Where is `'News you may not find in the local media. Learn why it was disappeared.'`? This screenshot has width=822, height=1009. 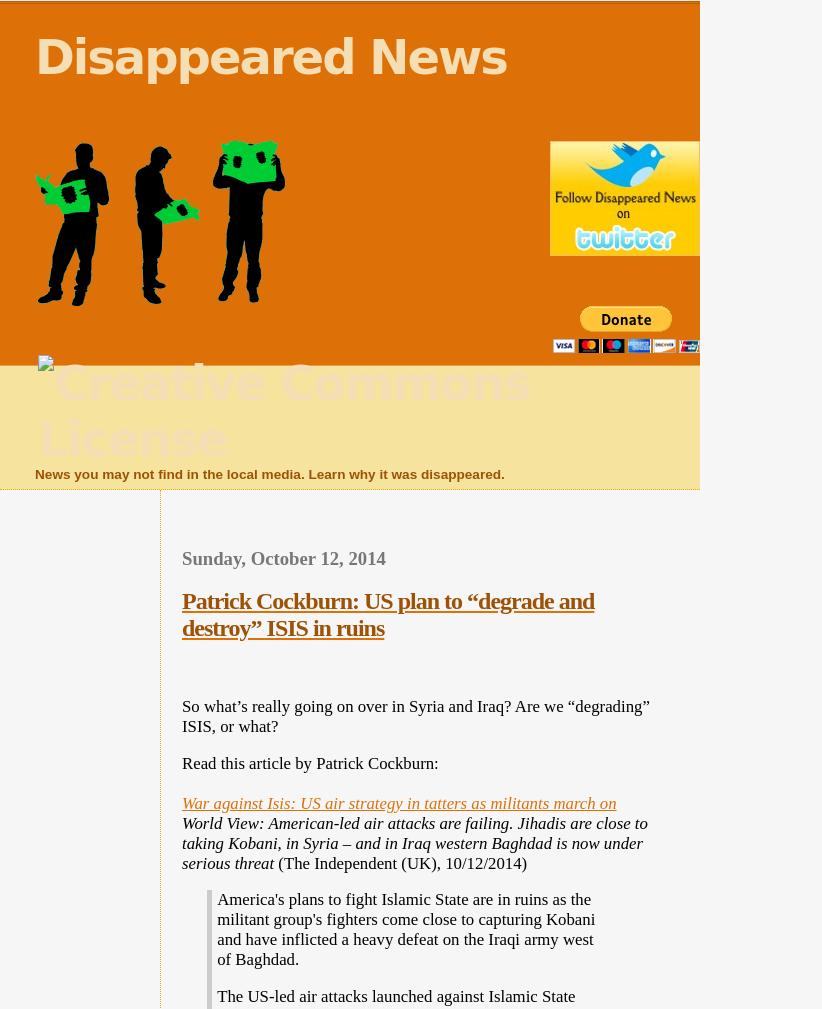 'News you may not find in the local media. Learn why it was disappeared.' is located at coordinates (268, 473).